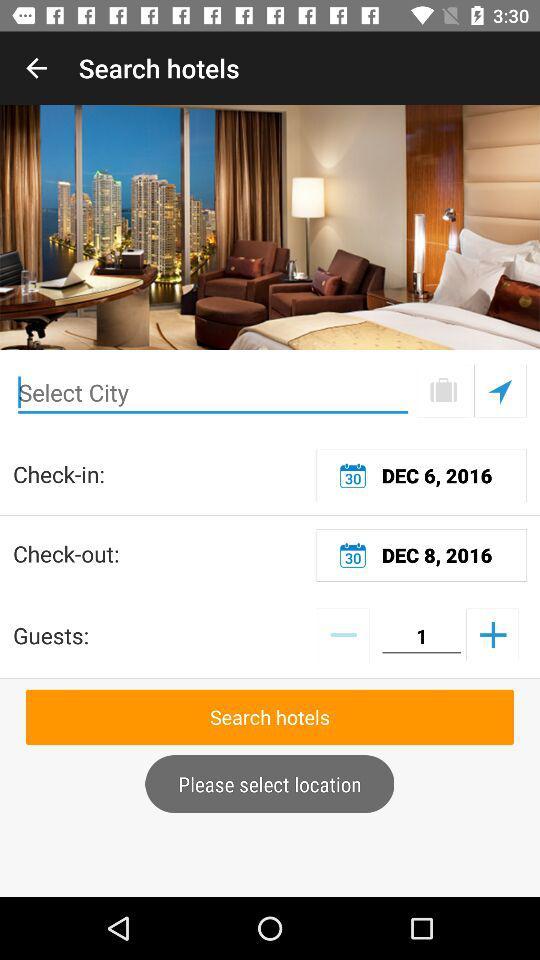 This screenshot has width=540, height=960. Describe the element at coordinates (499, 390) in the screenshot. I see `make selection` at that location.